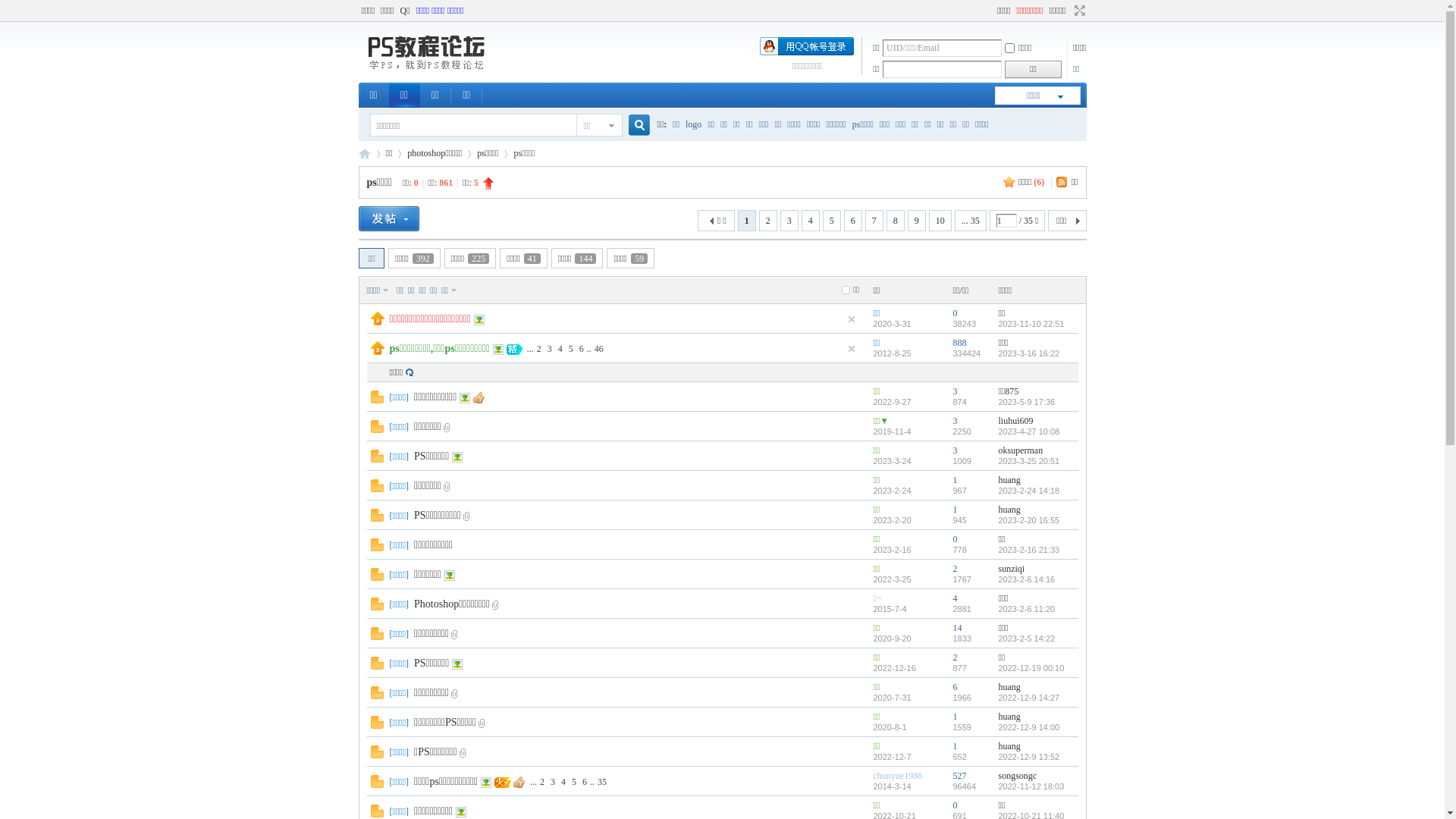  Describe the element at coordinates (560, 348) in the screenshot. I see `'4'` at that location.